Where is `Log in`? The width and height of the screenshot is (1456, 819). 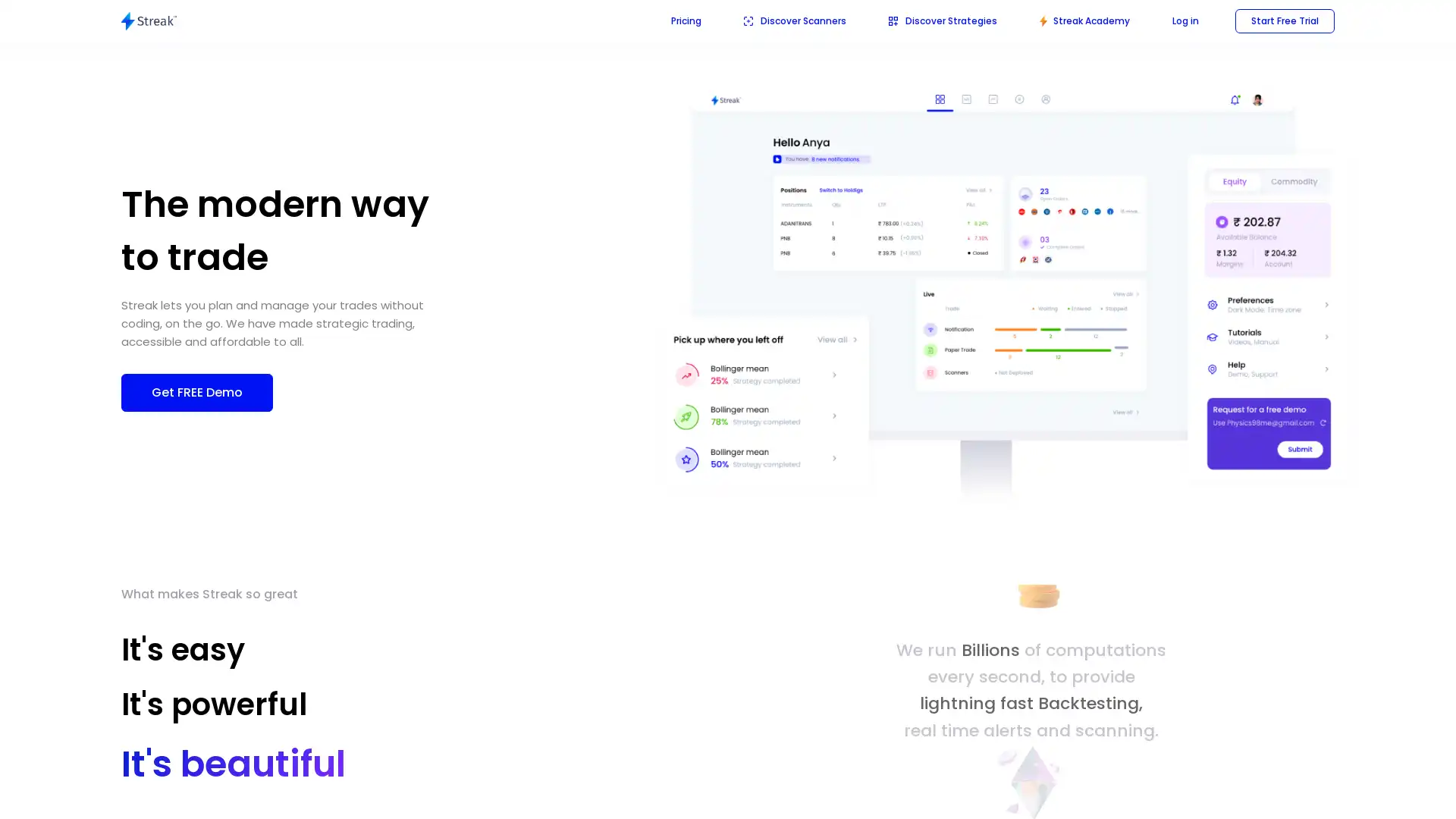 Log in is located at coordinates (1185, 20).